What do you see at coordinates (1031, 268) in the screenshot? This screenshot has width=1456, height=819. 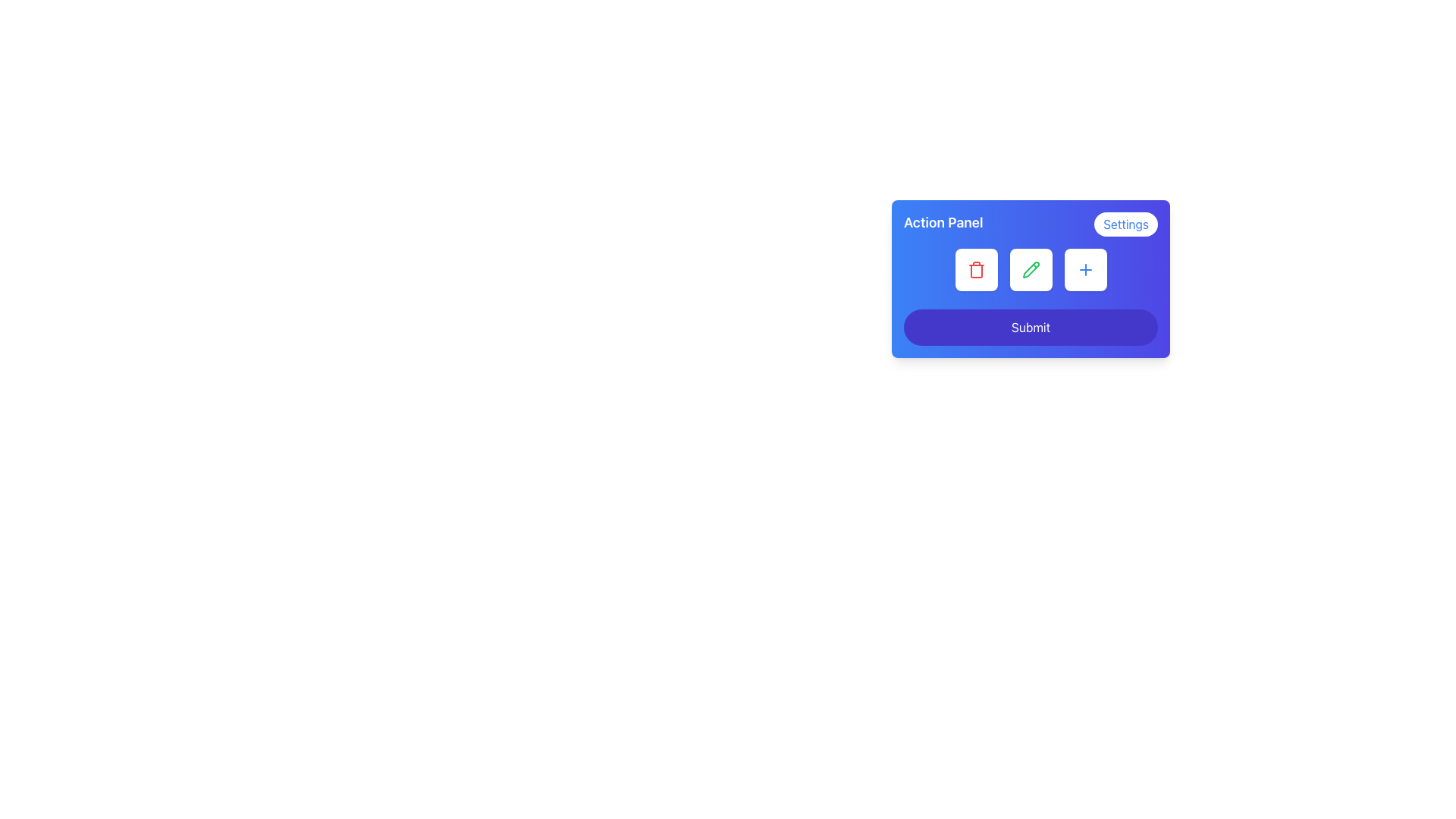 I see `the edit button with a green pencil icon located in the middle column of the Action Panel` at bounding box center [1031, 268].